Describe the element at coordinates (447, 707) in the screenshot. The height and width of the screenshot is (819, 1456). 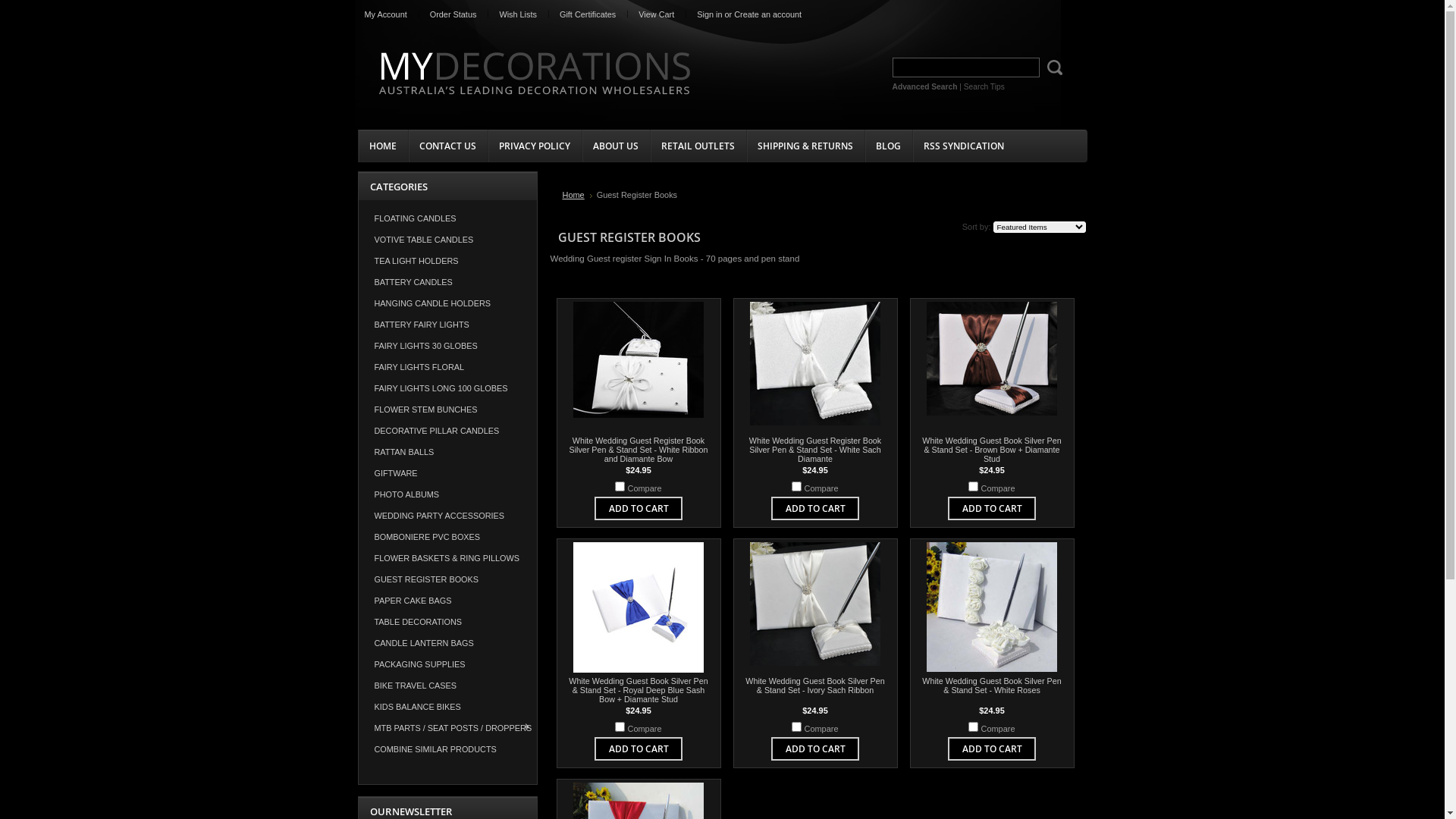
I see `'KIDS BALANCE BIKES'` at that location.